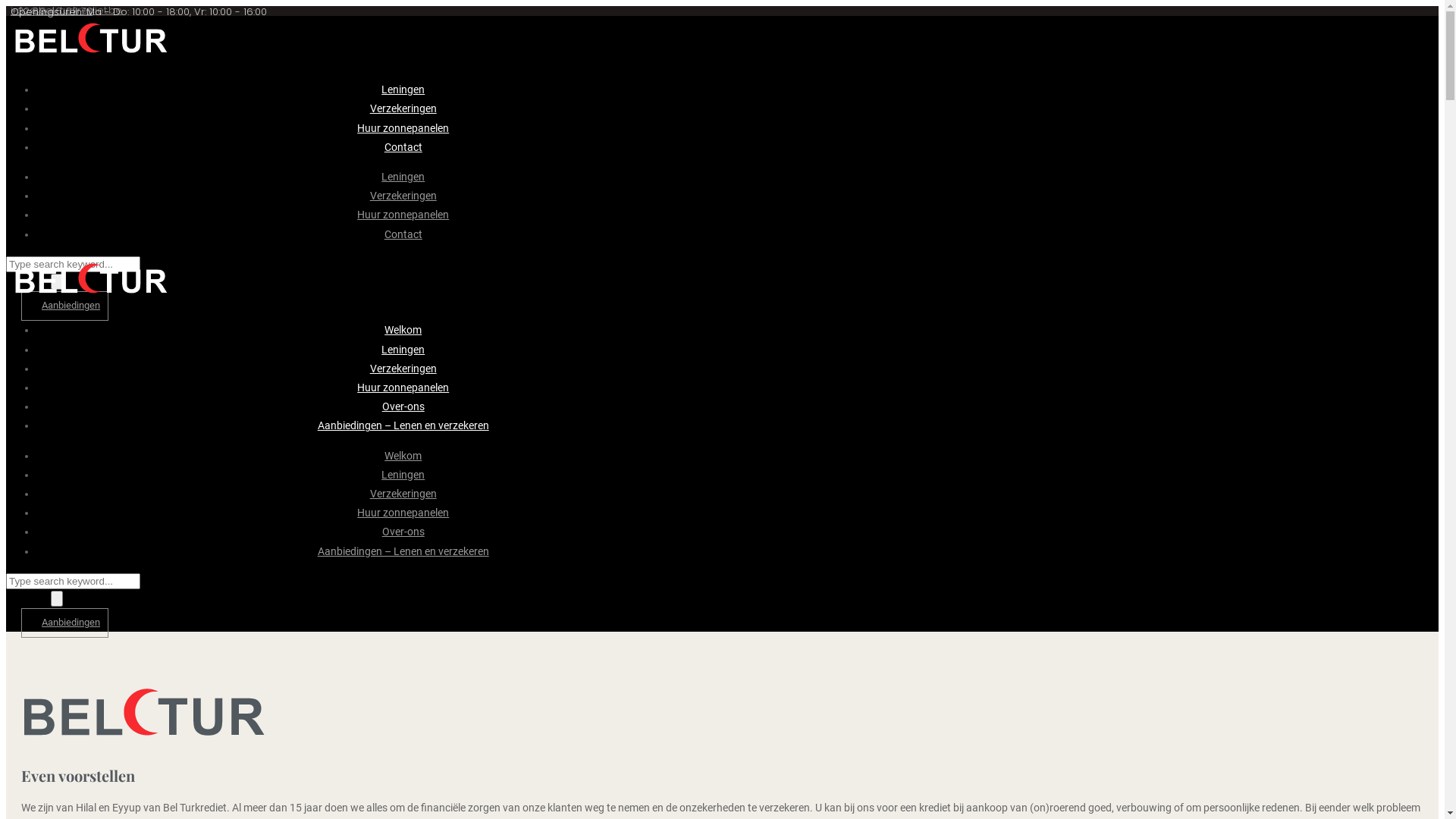 The image size is (1456, 819). Describe the element at coordinates (403, 473) in the screenshot. I see `'Leningen'` at that location.